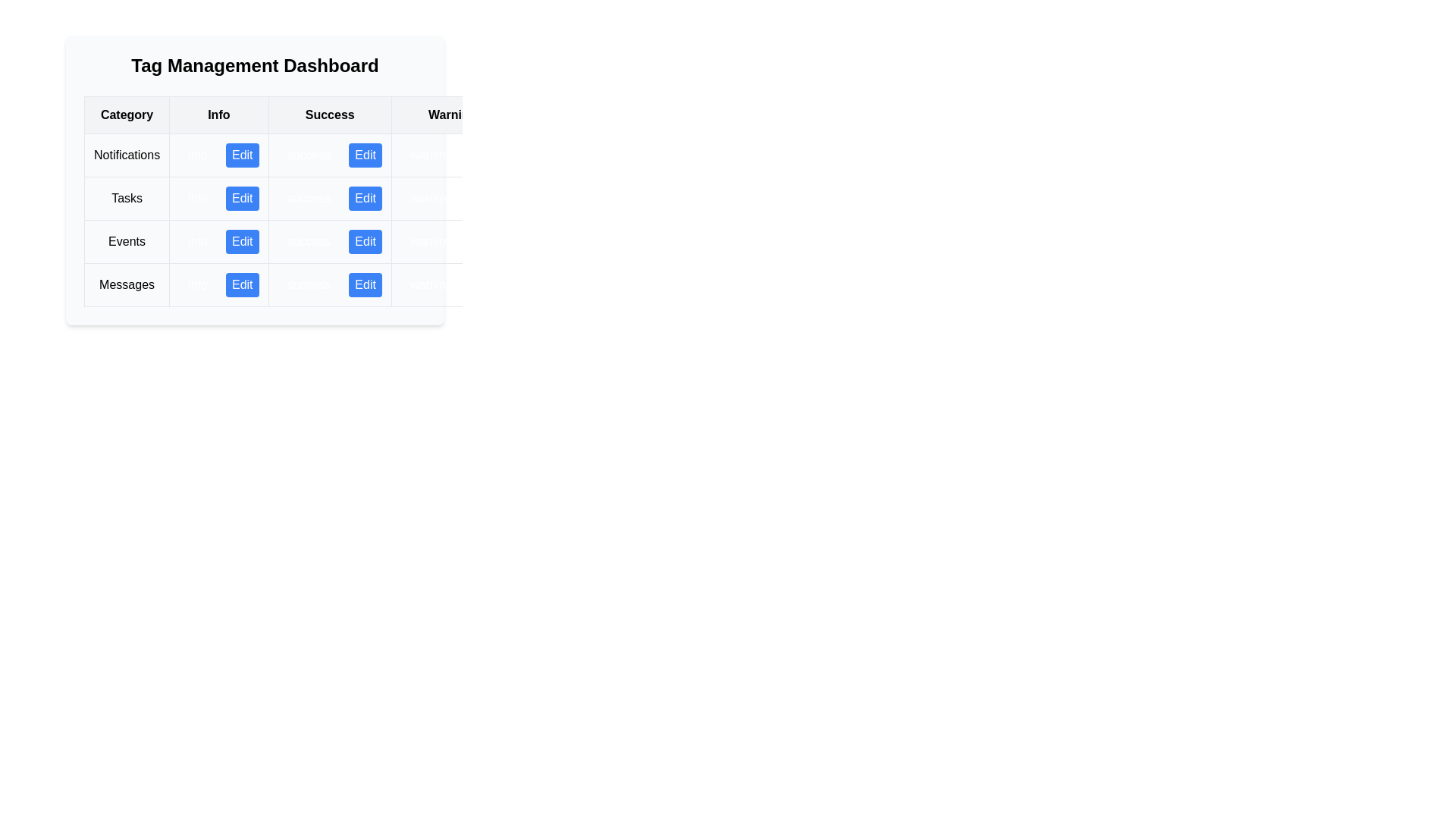 The width and height of the screenshot is (1456, 819). Describe the element at coordinates (451, 284) in the screenshot. I see `the 'Edit' button in the 'Warning' category within the last row of the table labeled 'Messages' to modify the associated data` at that location.